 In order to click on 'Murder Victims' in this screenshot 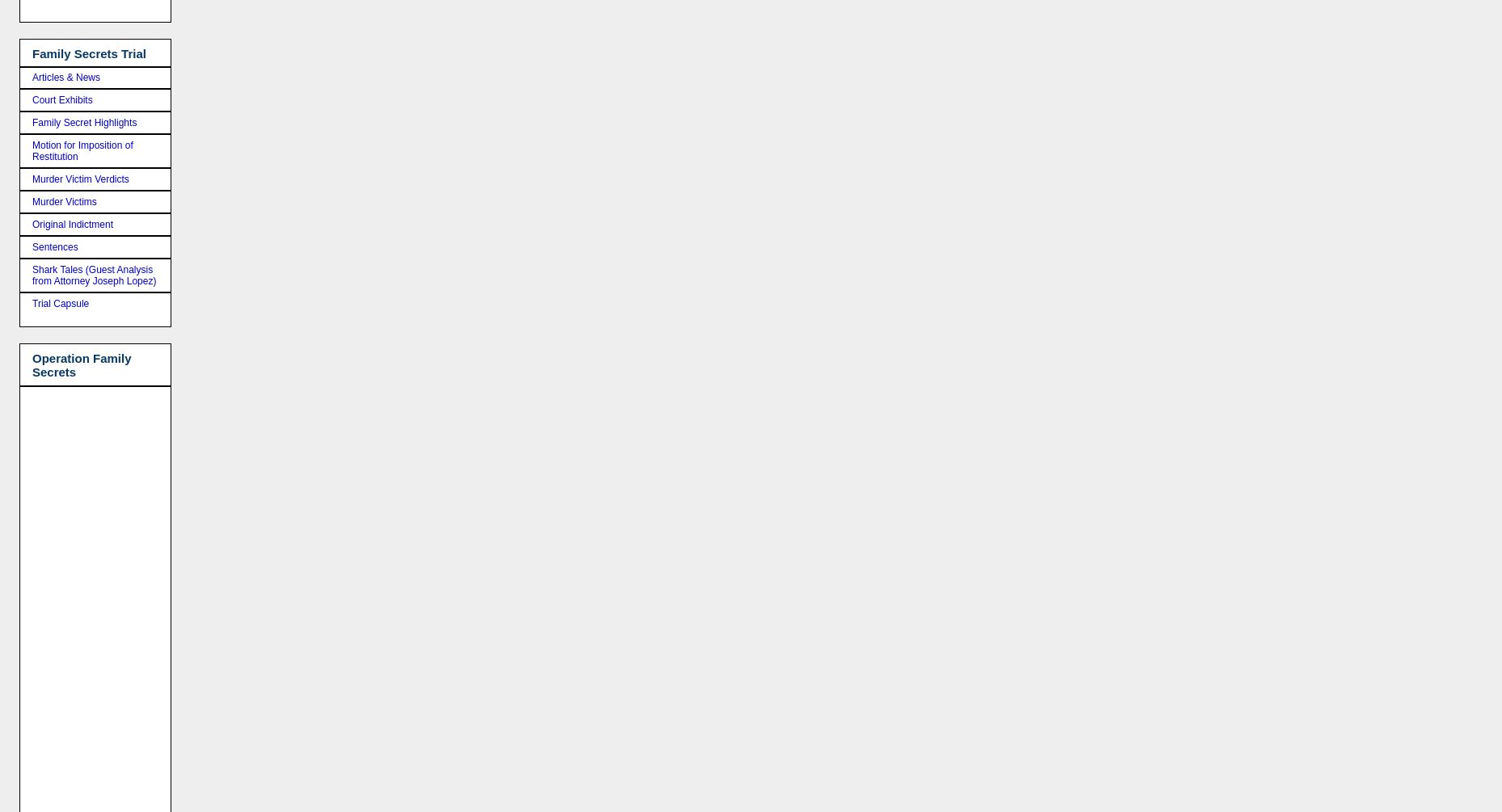, I will do `click(63, 201)`.